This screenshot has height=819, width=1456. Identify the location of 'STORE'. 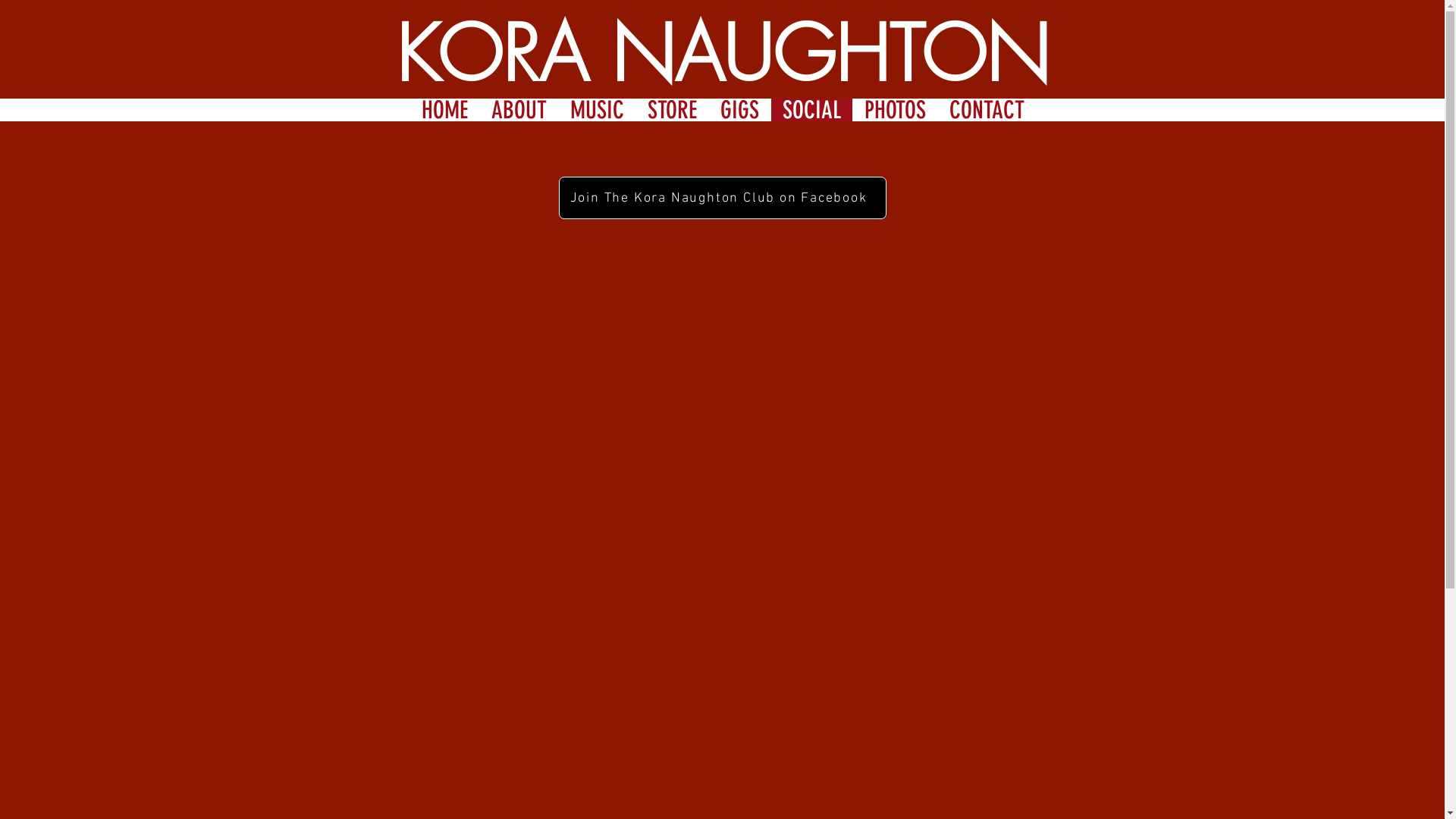
(635, 109).